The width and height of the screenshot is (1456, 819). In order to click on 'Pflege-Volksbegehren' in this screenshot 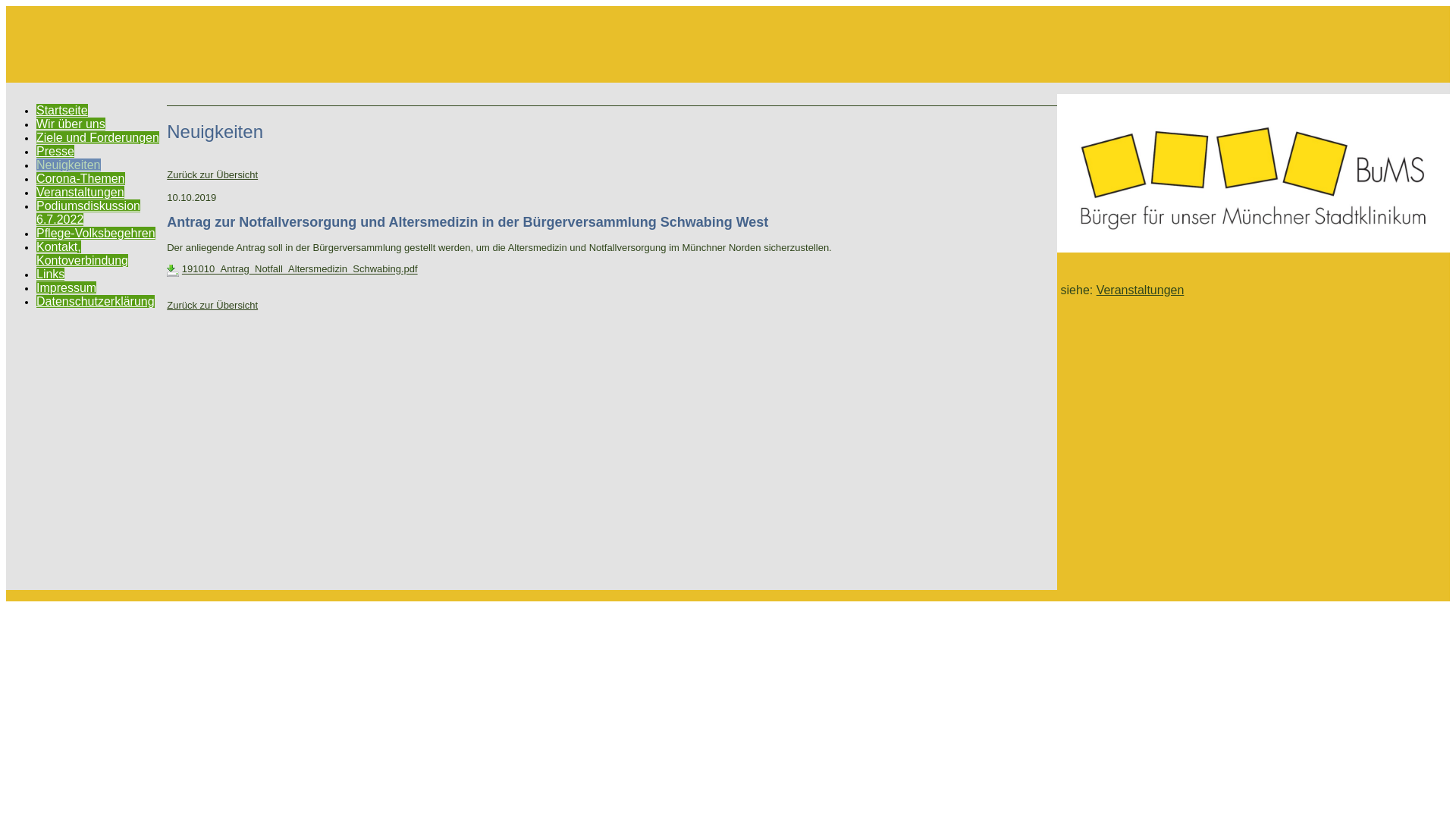, I will do `click(95, 233)`.